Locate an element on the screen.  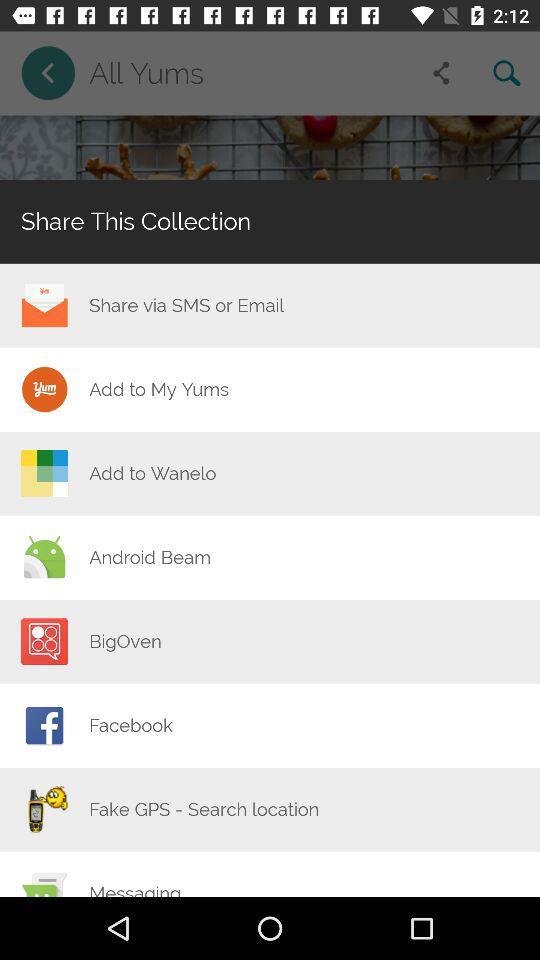
the icon above fake gps search icon is located at coordinates (131, 724).